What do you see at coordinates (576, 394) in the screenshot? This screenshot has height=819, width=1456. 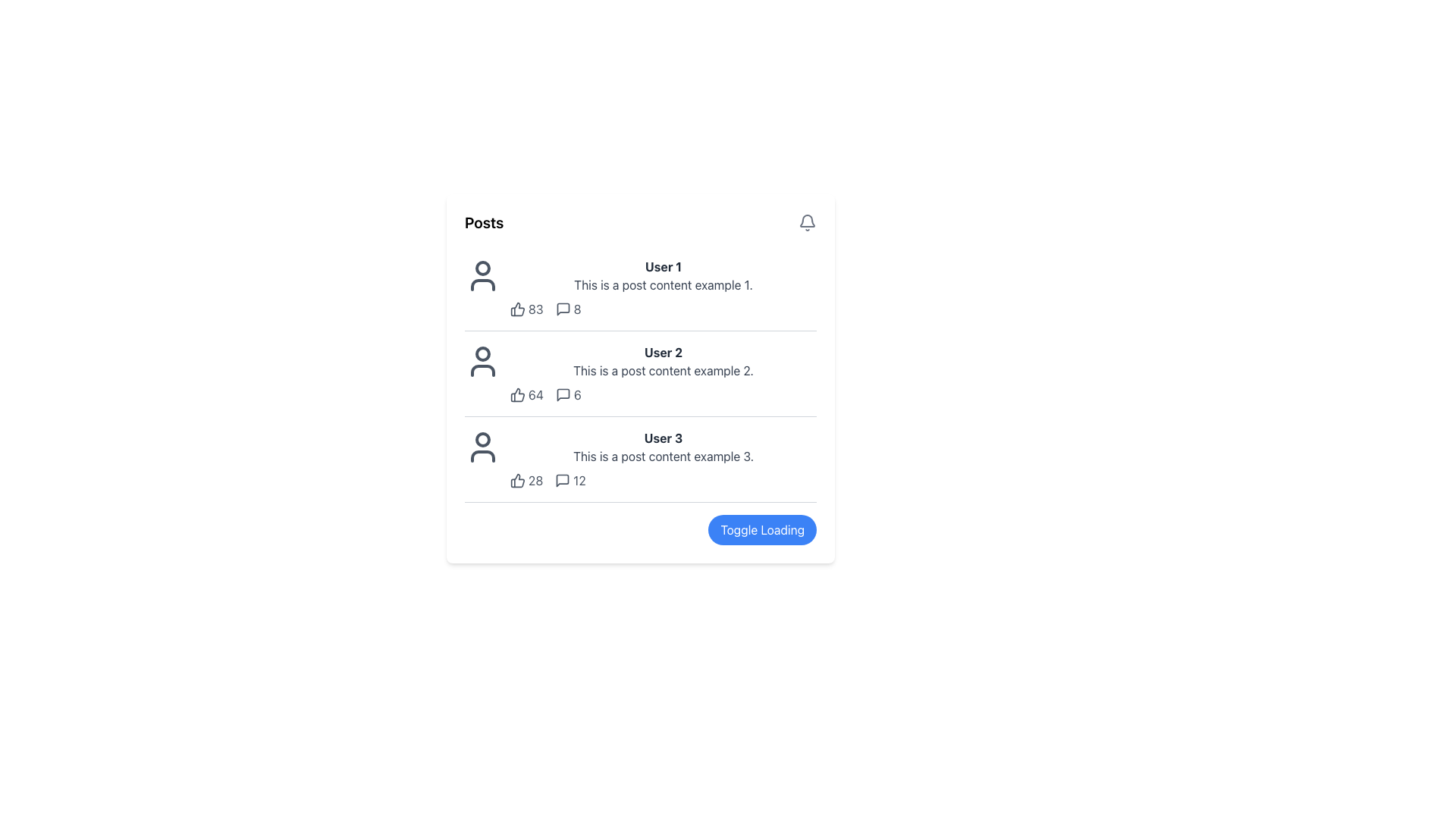 I see `the numeric label displaying '6', which is part of the comment count for the second post, located to the right of the speech bubble icon` at bounding box center [576, 394].